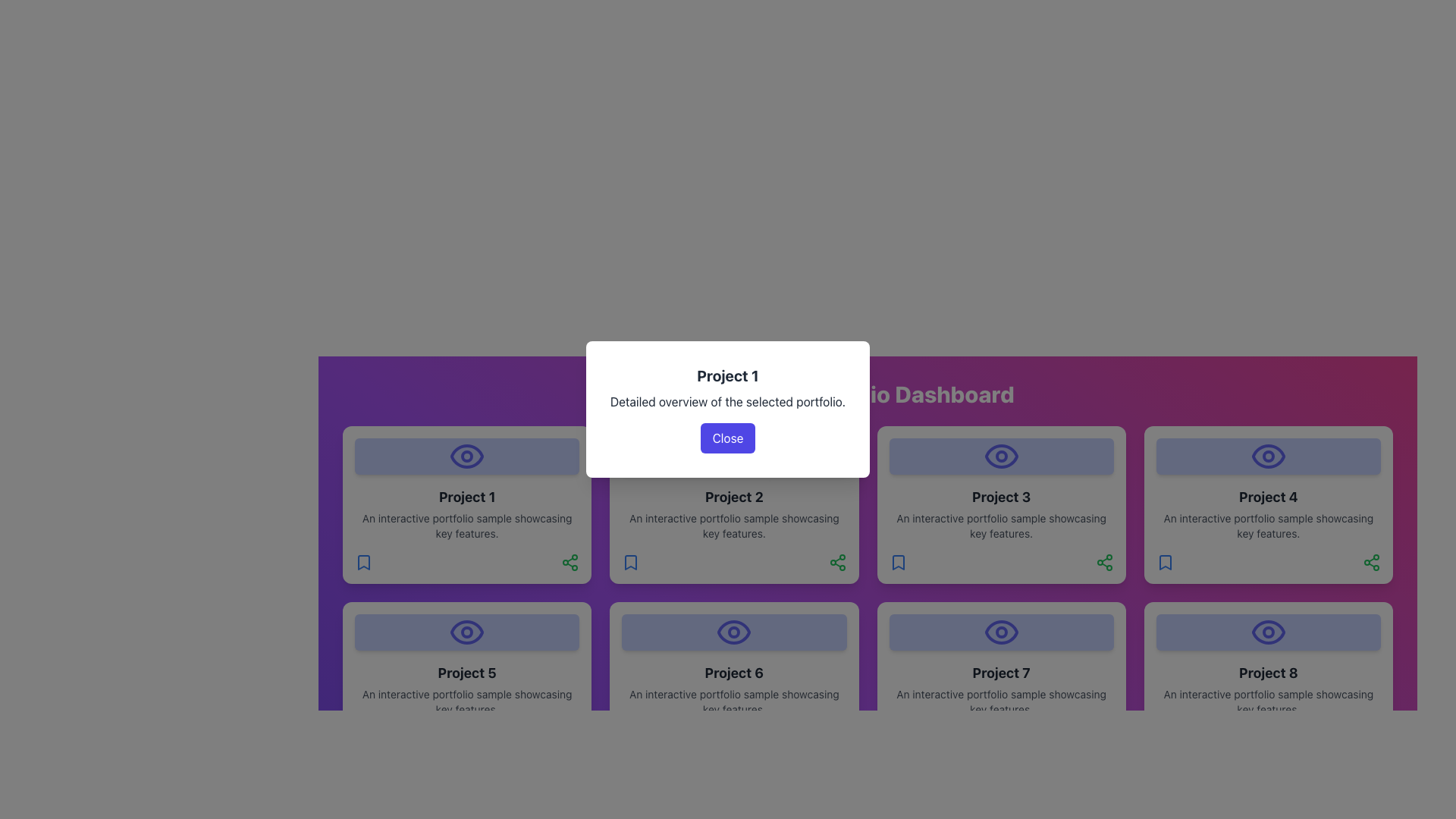 This screenshot has height=819, width=1456. What do you see at coordinates (734, 632) in the screenshot?
I see `the eye icon indicator located in the card labeled 'Project 6' to initiate a view or preview action` at bounding box center [734, 632].